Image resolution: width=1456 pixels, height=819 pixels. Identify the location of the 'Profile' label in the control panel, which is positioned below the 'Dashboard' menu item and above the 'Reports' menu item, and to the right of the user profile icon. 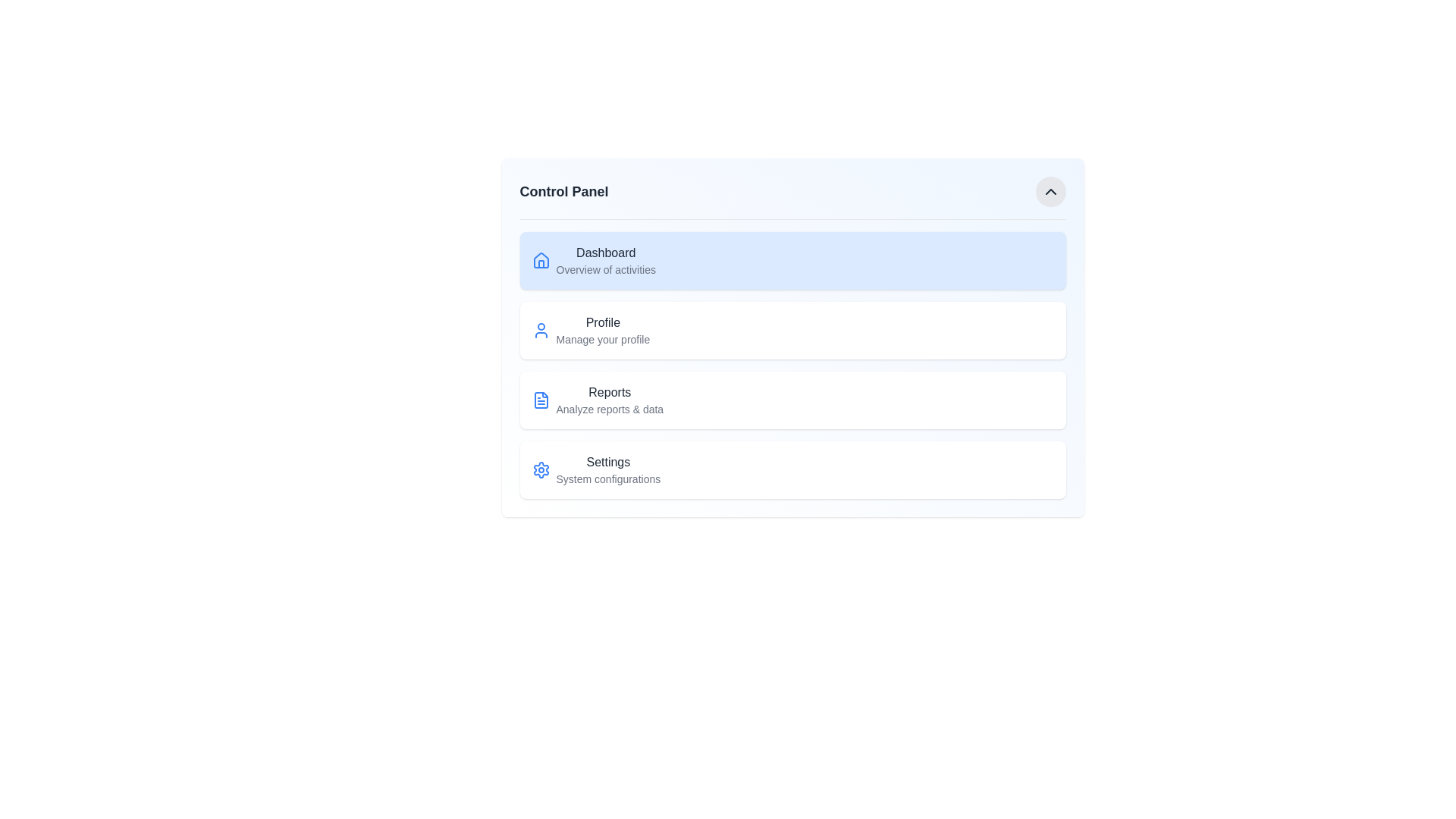
(602, 322).